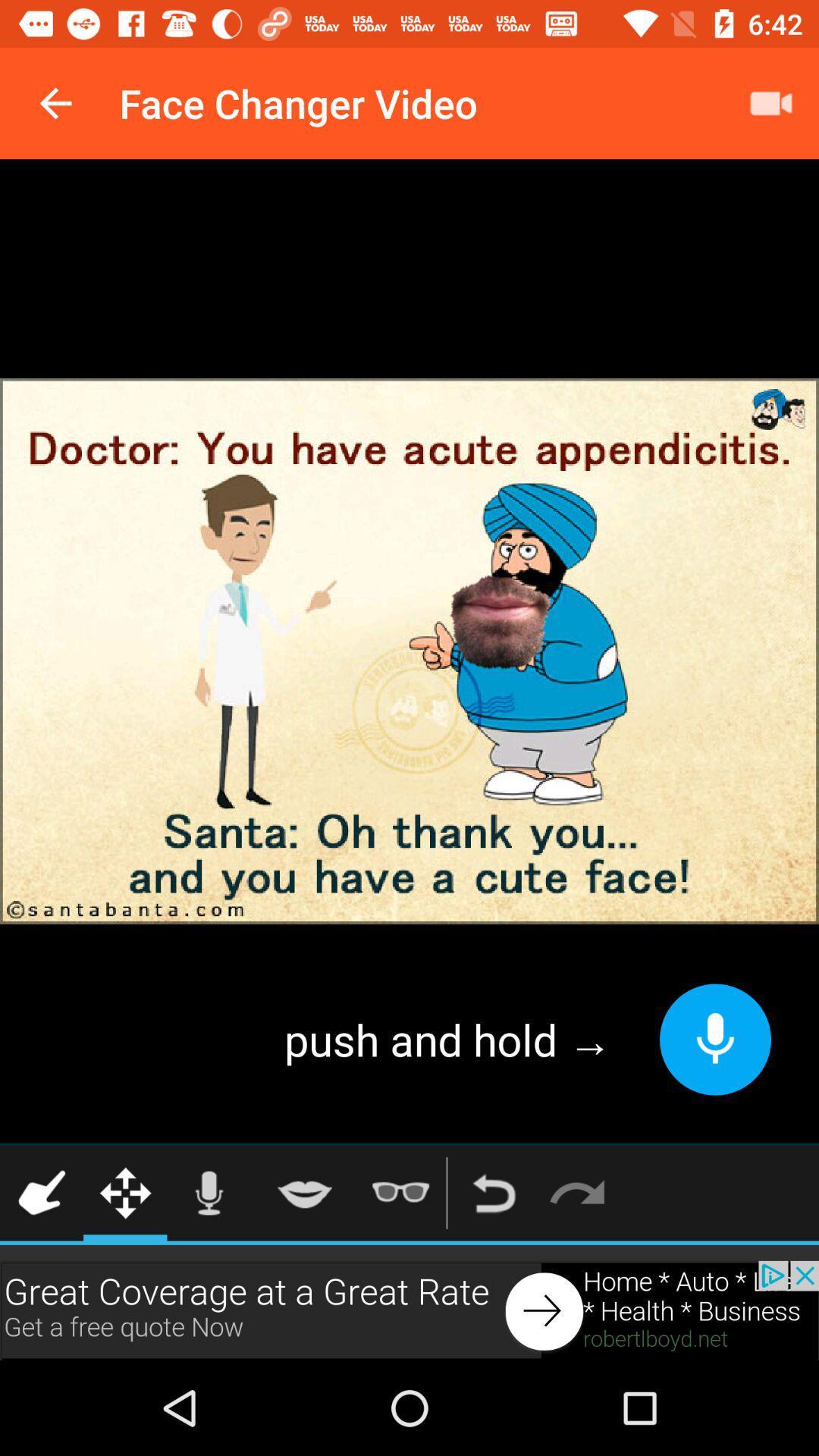 The width and height of the screenshot is (819, 1456). I want to click on visit advertiser, so click(409, 1310).